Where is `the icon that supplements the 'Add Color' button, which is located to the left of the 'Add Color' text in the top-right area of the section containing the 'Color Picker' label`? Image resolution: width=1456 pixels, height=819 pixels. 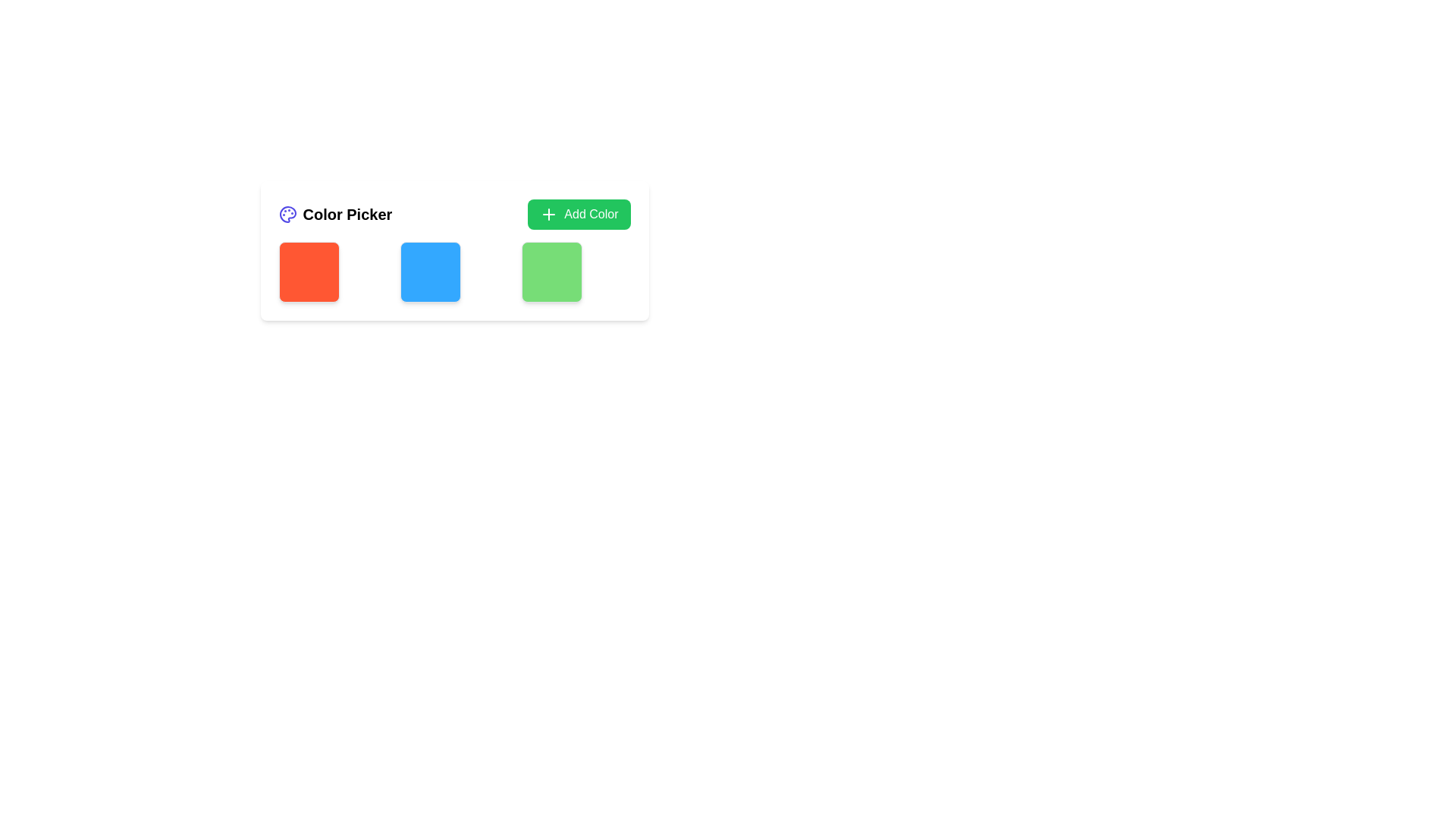 the icon that supplements the 'Add Color' button, which is located to the left of the 'Add Color' text in the top-right area of the section containing the 'Color Picker' label is located at coordinates (548, 214).